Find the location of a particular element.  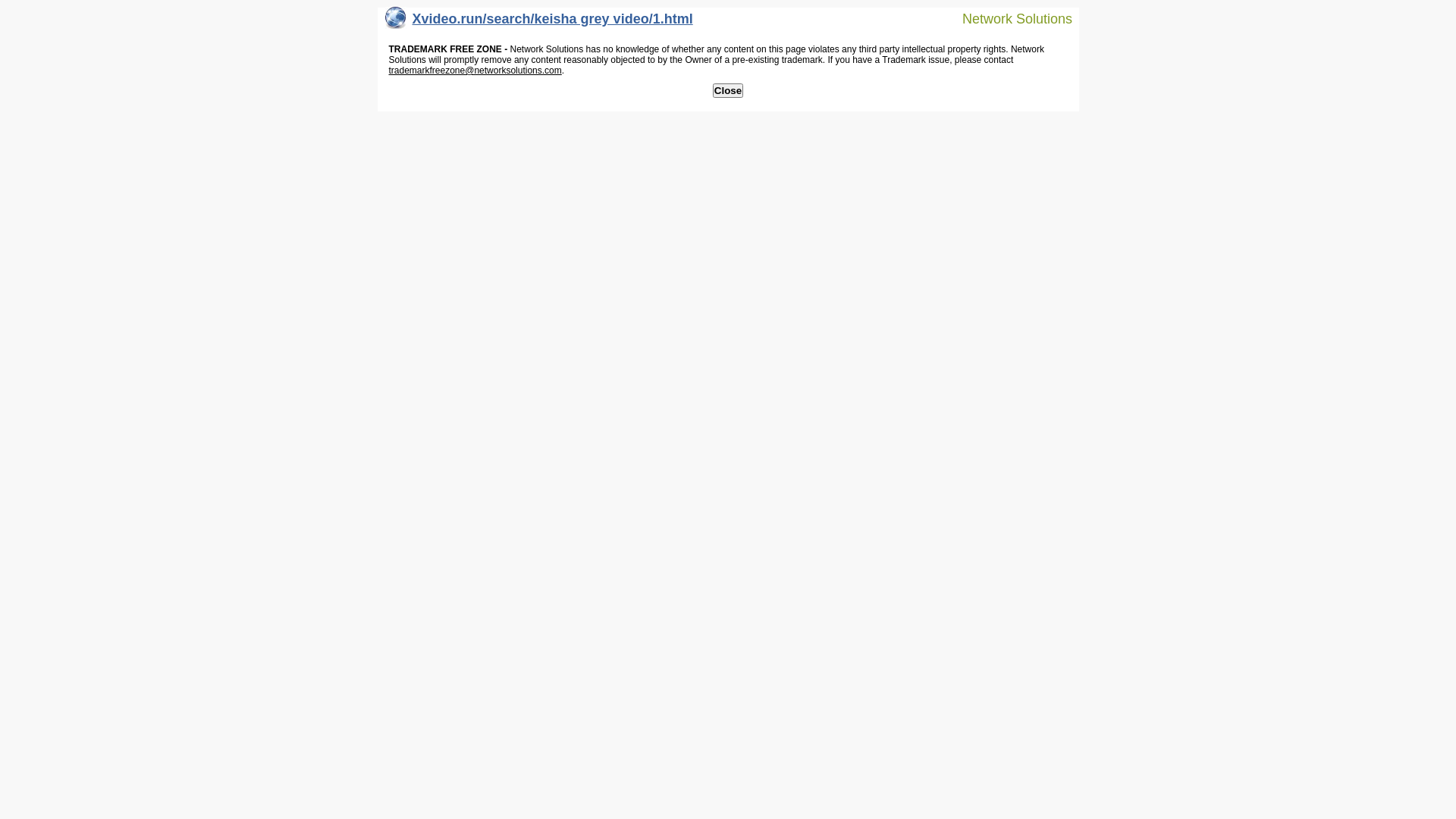

'trademarkfreezone@networksolutions.com' is located at coordinates (473, 70).